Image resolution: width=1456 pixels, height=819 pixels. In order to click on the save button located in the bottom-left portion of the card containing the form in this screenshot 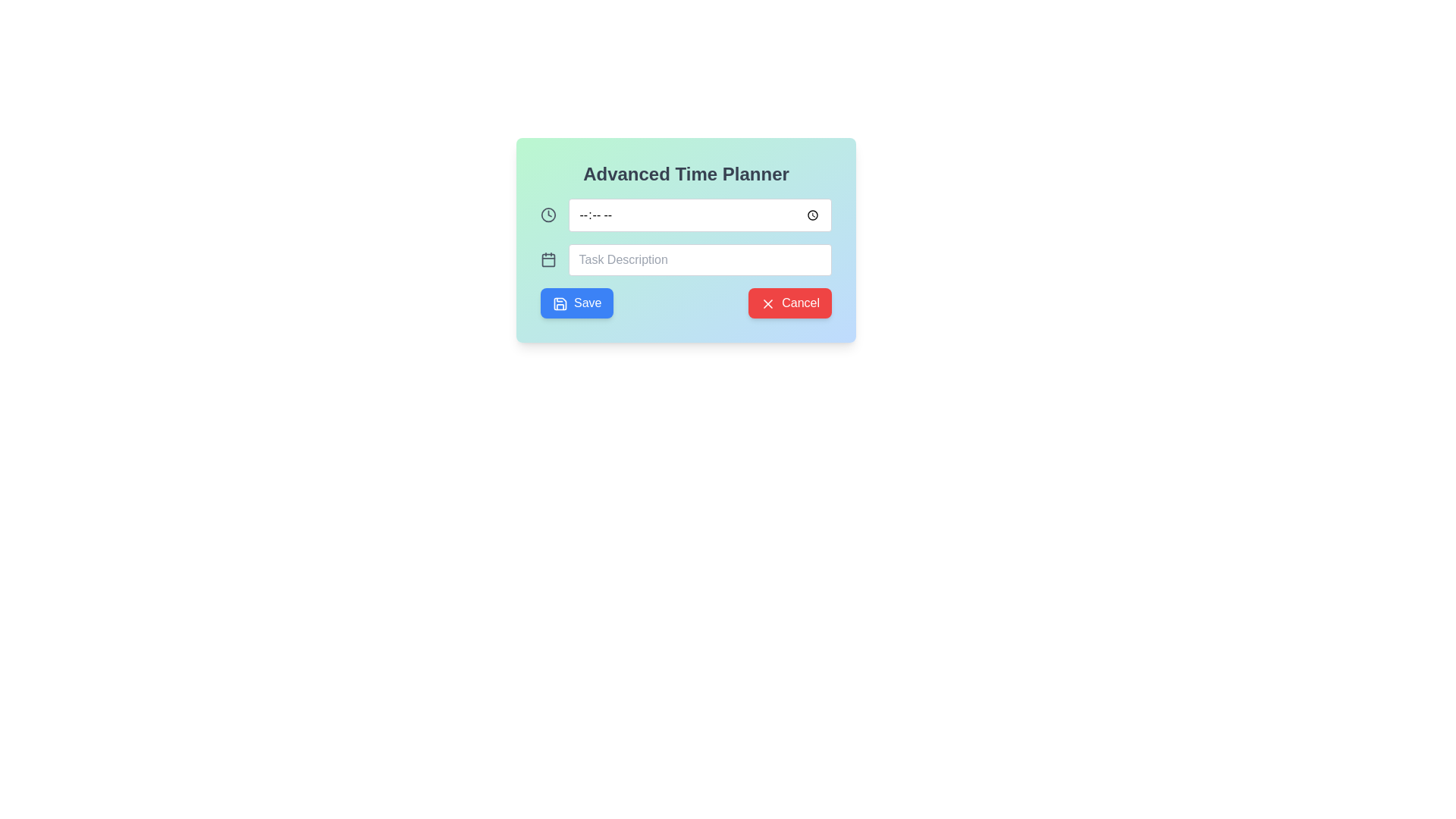, I will do `click(576, 303)`.